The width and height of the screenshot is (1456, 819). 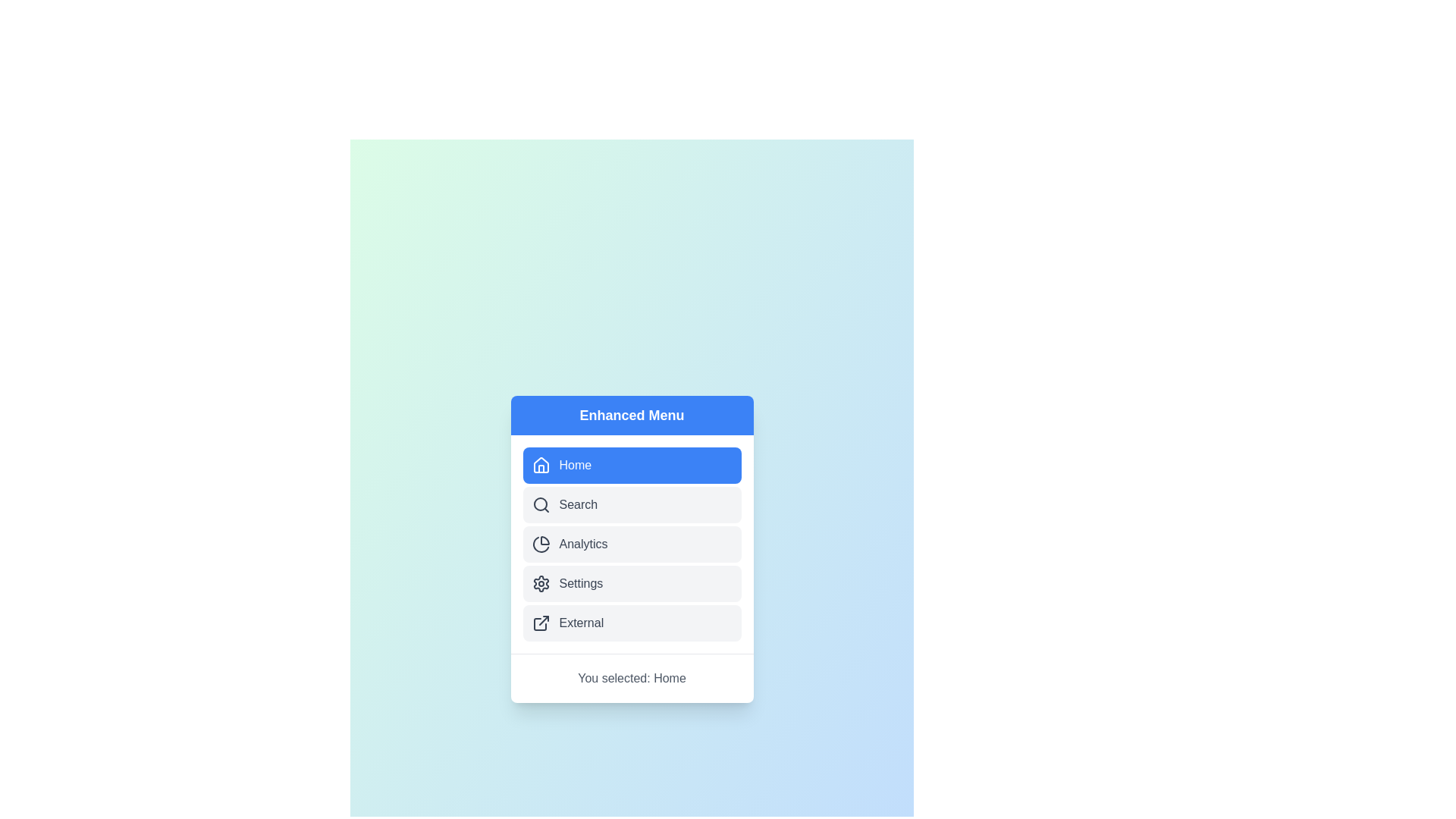 I want to click on the menu item Settings by clicking on its corresponding button, so click(x=632, y=582).